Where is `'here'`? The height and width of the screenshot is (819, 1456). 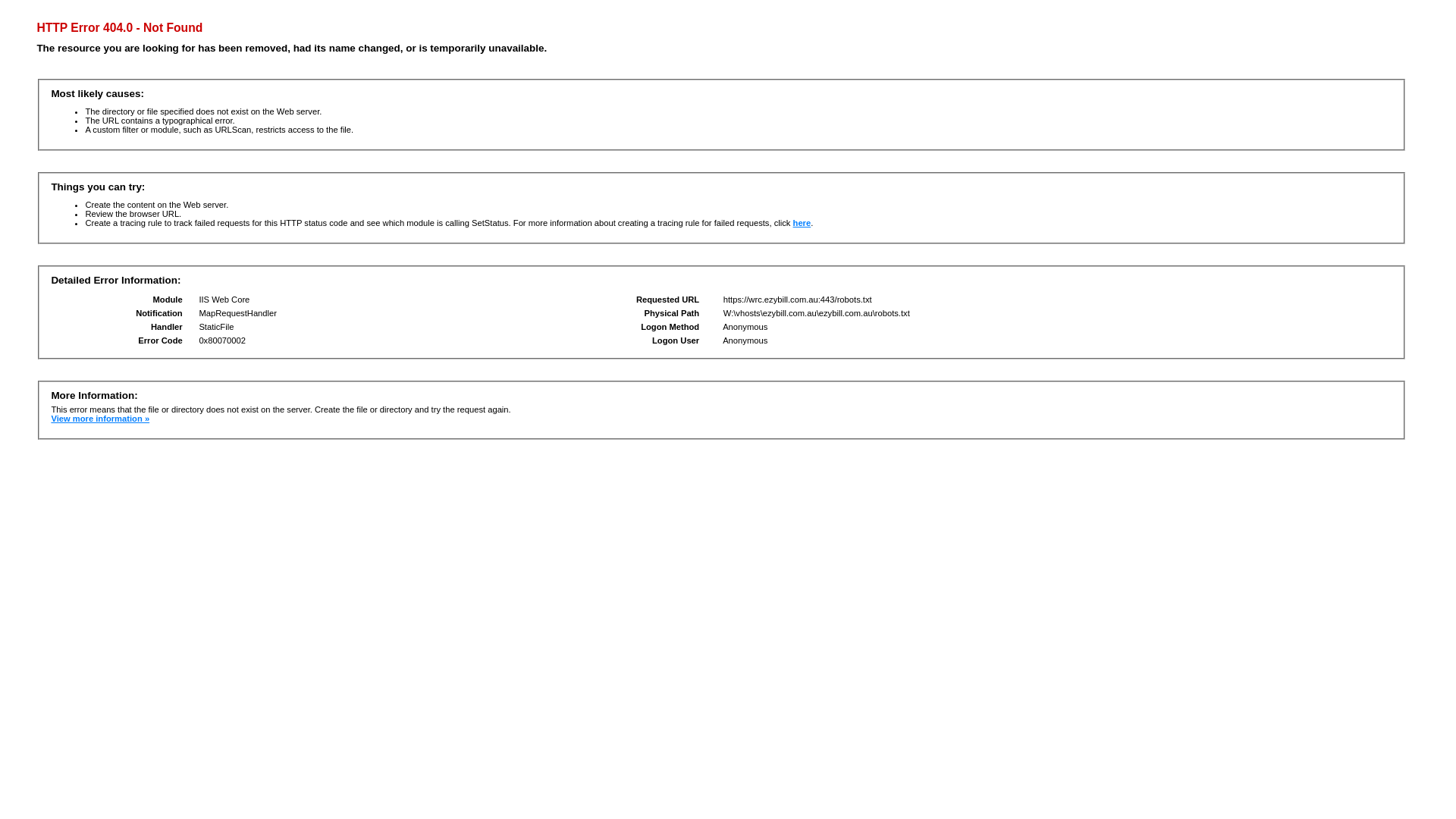 'here' is located at coordinates (801, 222).